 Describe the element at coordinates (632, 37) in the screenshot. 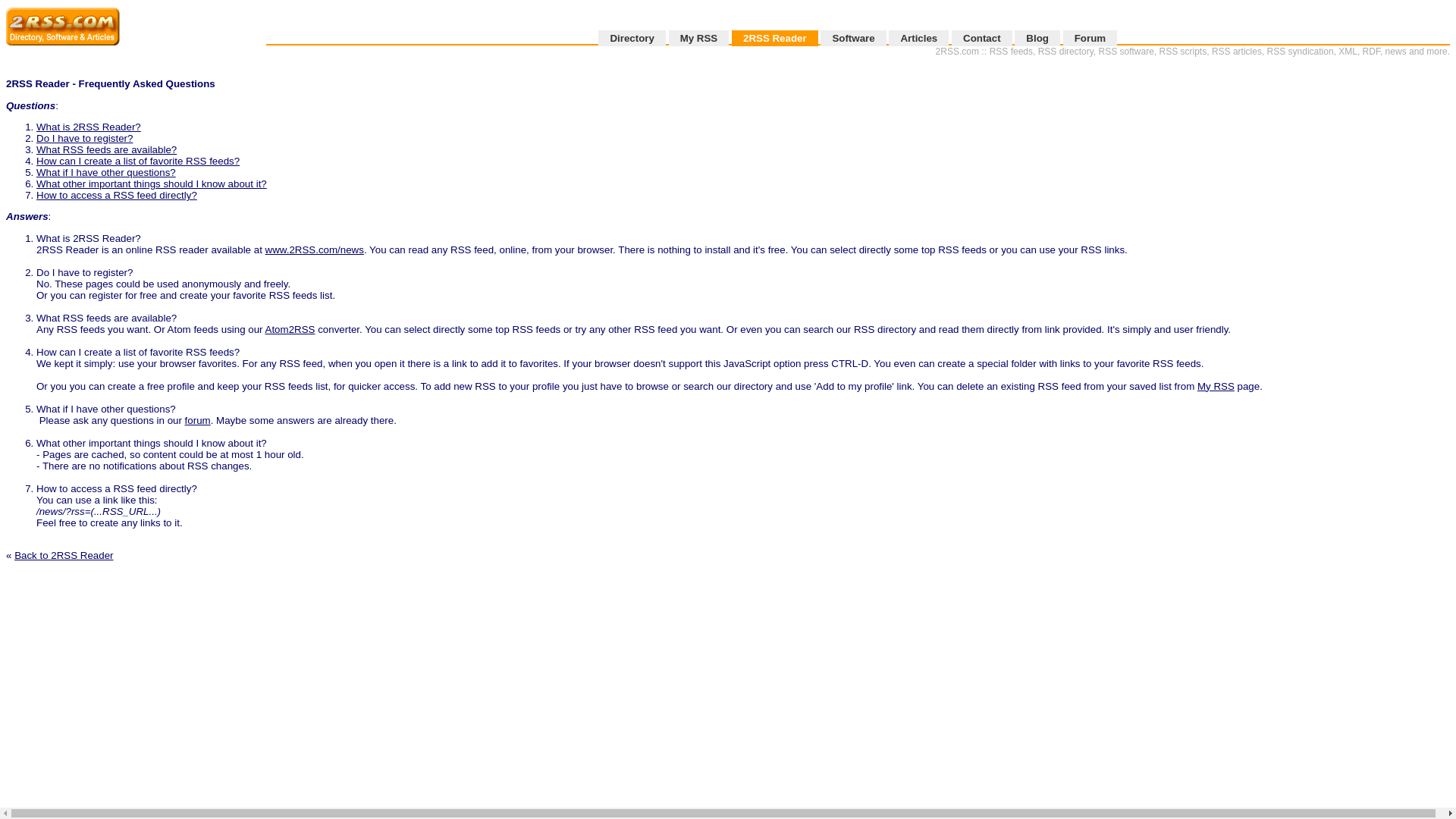

I see `'Directory'` at that location.